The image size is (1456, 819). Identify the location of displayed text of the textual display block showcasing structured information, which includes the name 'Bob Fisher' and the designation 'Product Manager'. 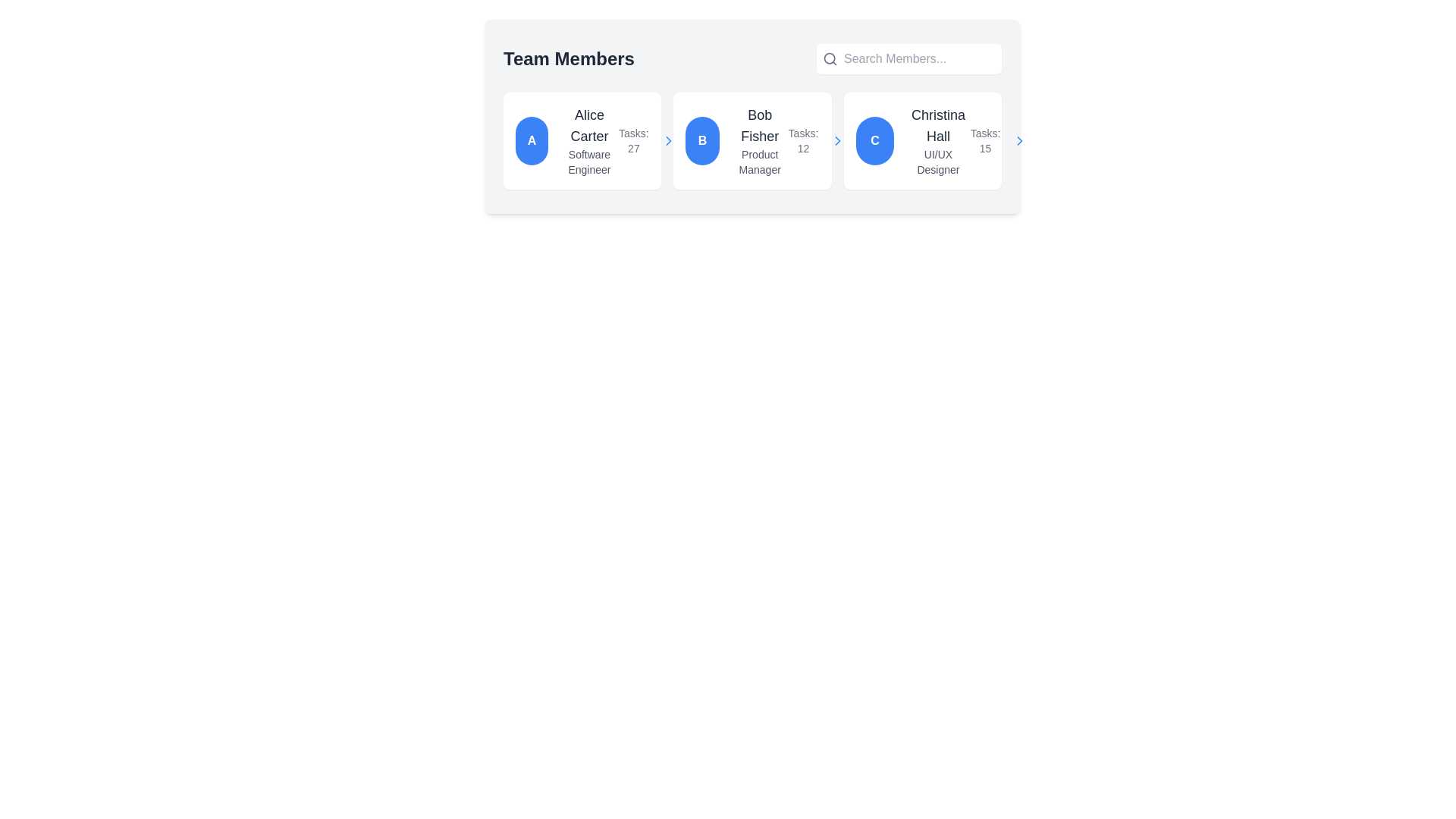
(760, 140).